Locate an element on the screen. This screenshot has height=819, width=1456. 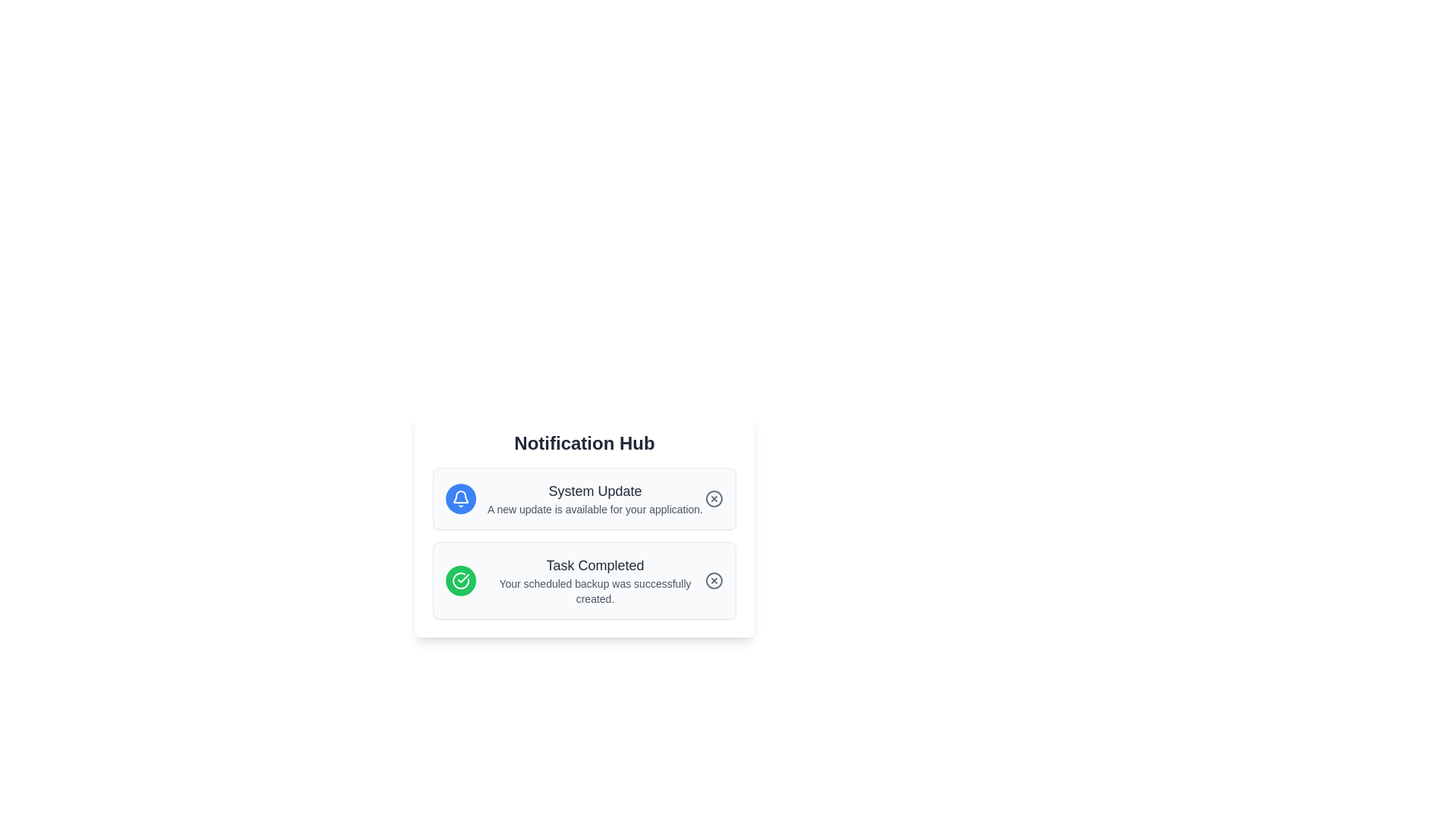
the checkmark icon within the green circular background, which indicates a completed task and is part of the second notification item in the notification hub panel is located at coordinates (463, 579).